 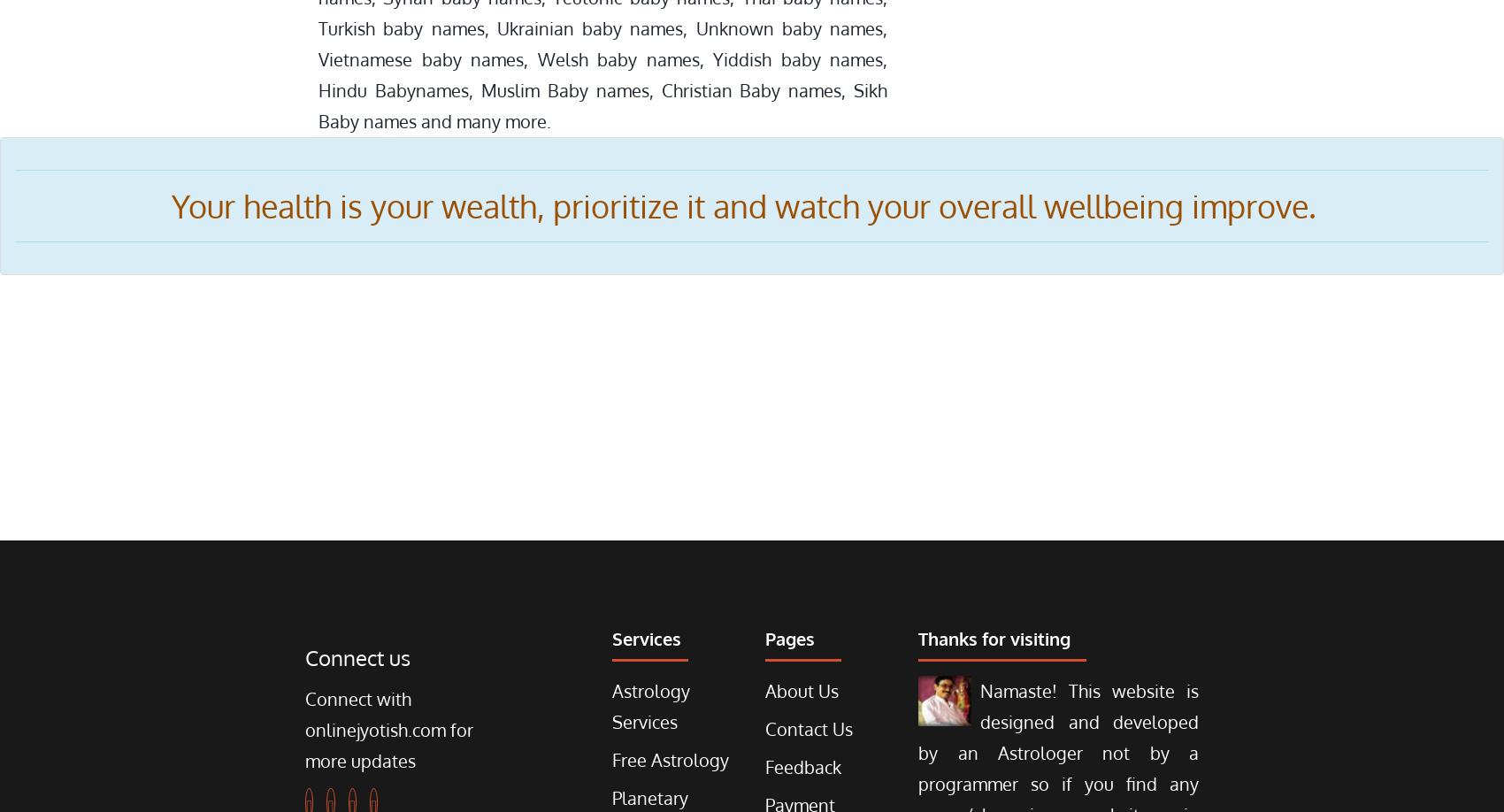 What do you see at coordinates (802, 765) in the screenshot?
I see `'Feedback'` at bounding box center [802, 765].